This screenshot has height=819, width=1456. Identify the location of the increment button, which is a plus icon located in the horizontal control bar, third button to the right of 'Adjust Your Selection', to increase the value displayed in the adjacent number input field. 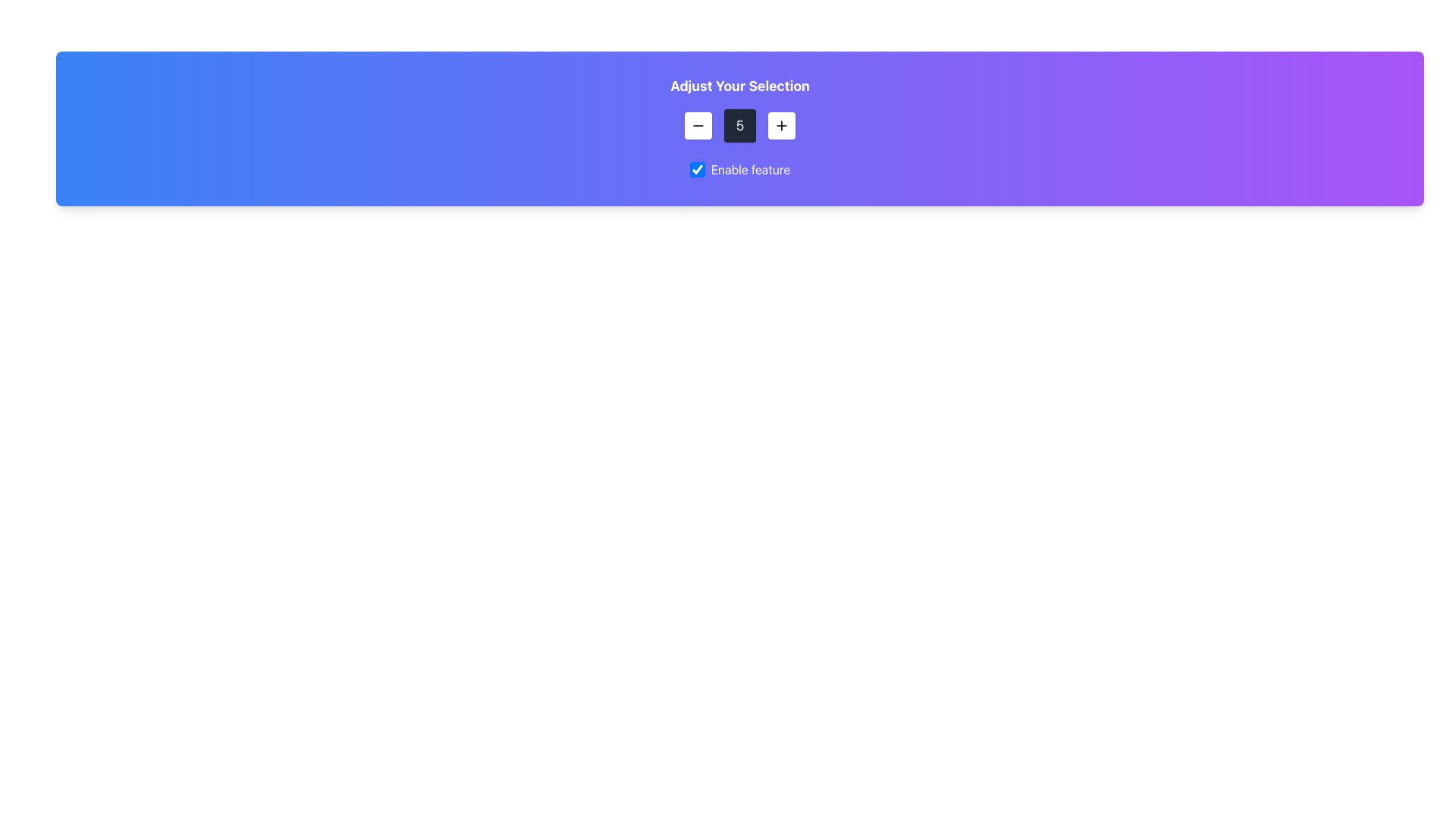
(782, 124).